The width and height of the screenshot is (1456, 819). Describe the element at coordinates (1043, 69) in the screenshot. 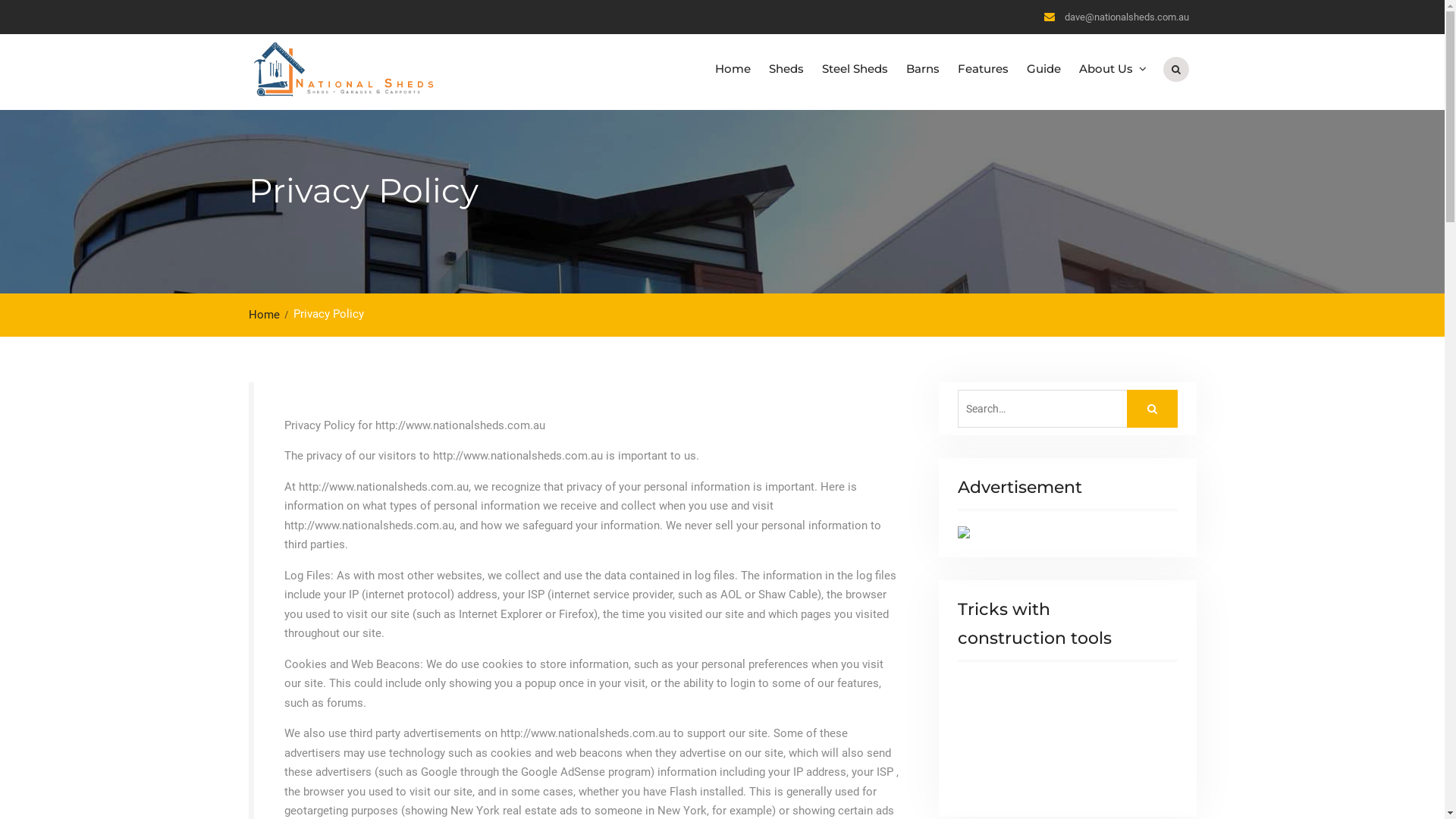

I see `'Guide'` at that location.